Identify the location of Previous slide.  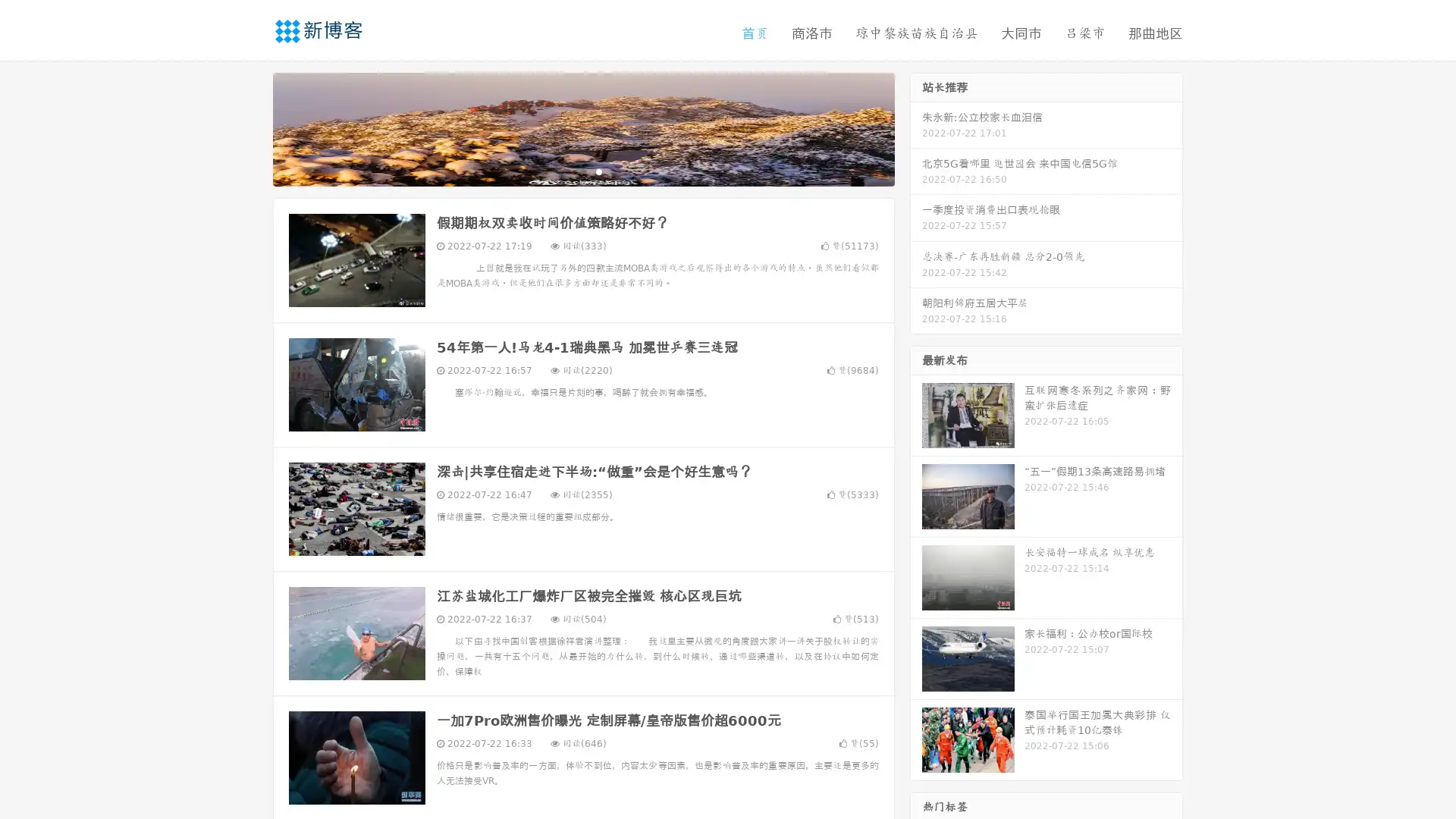
(250, 127).